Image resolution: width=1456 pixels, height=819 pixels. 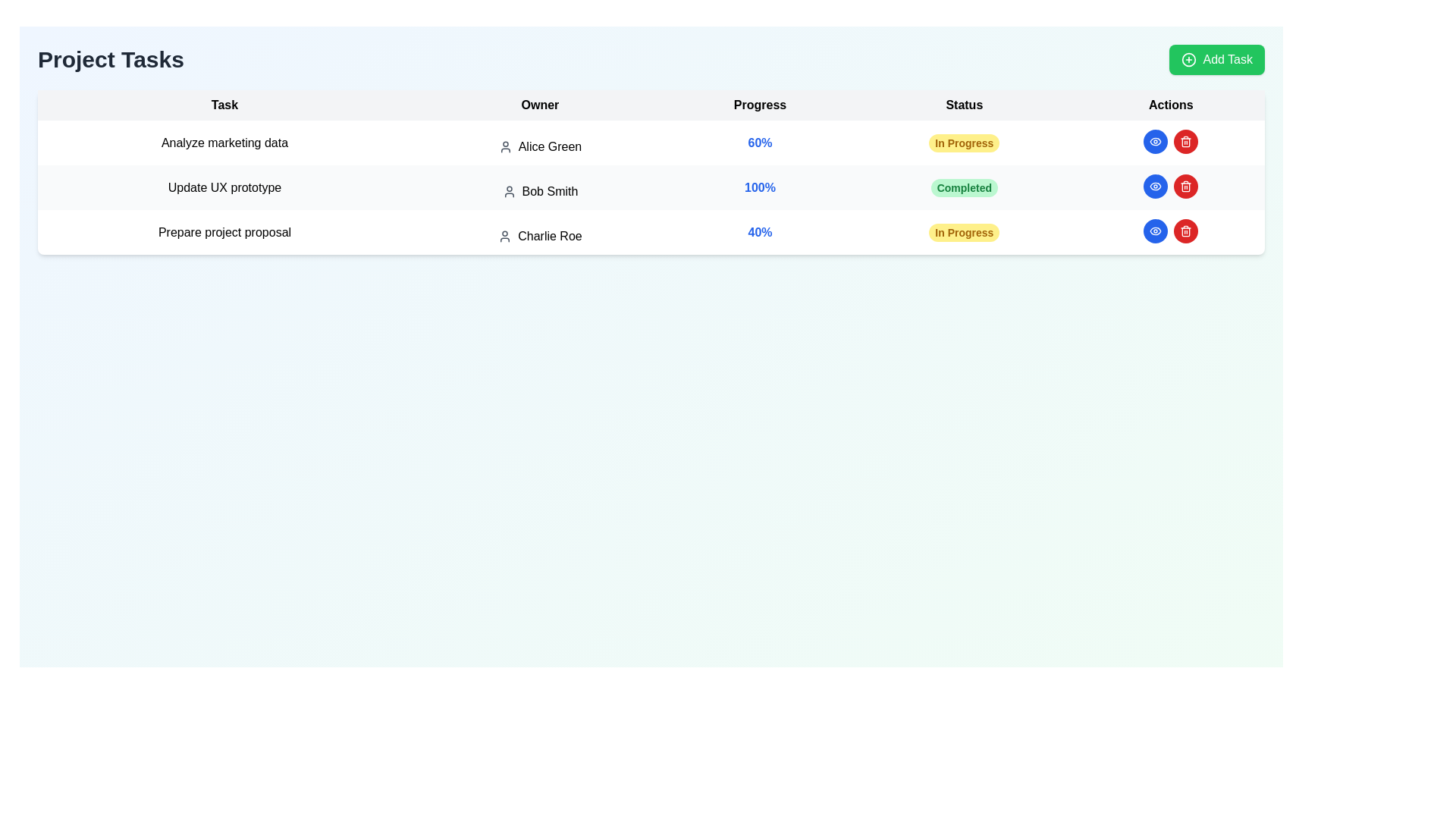 What do you see at coordinates (963, 187) in the screenshot?
I see `the status label indicating the completion of the task 'Update UX prototype' owned by 'Bob Smith', located in the 'Status' column of the second row, next to the '100%' progress indicator` at bounding box center [963, 187].